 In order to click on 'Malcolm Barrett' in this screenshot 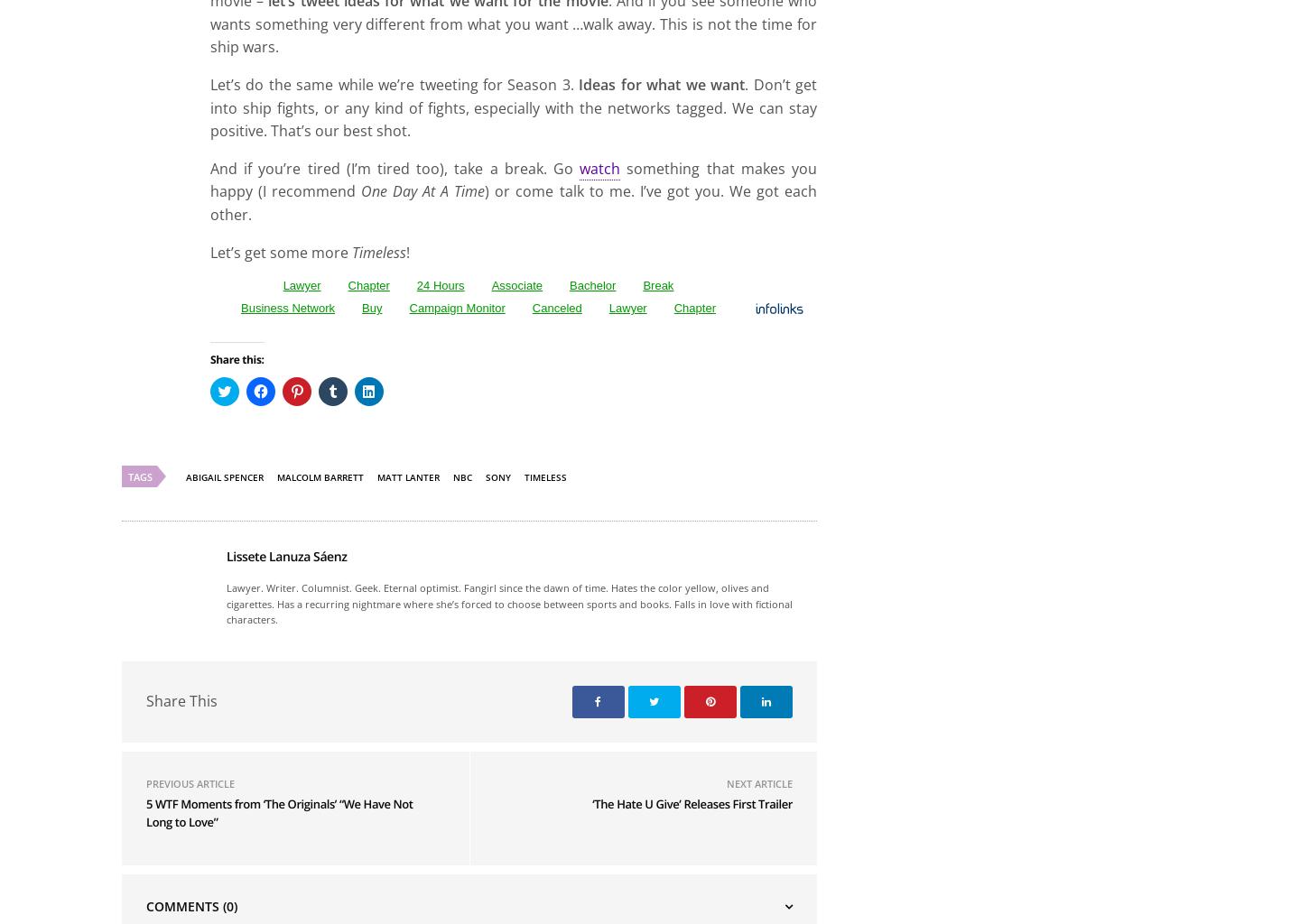, I will do `click(320, 688)`.